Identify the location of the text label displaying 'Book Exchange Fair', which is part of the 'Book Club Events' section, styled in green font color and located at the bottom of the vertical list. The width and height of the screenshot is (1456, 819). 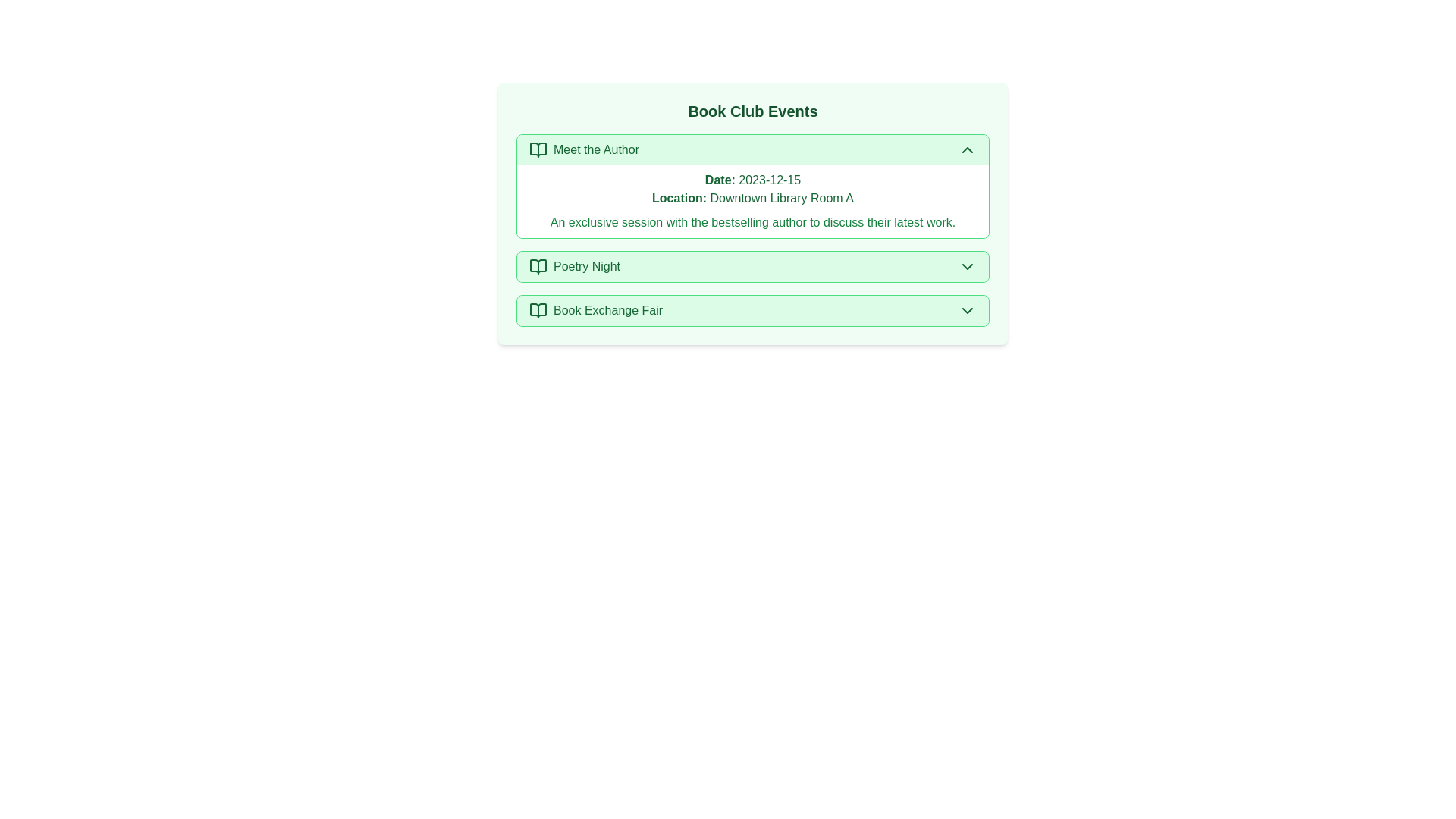
(607, 309).